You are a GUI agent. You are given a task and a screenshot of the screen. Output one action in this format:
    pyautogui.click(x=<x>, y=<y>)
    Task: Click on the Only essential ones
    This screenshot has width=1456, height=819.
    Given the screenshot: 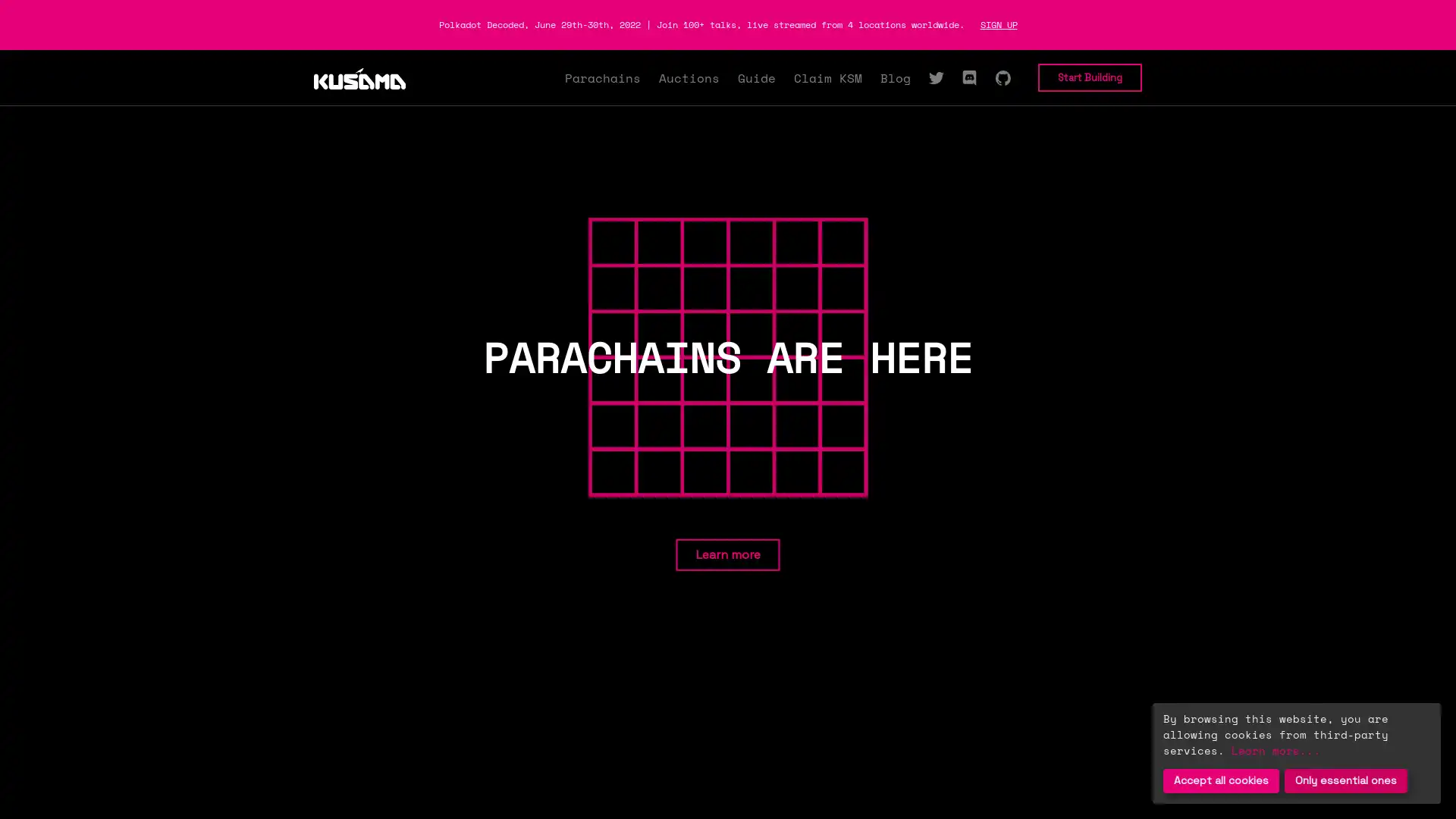 What is the action you would take?
    pyautogui.click(x=1346, y=780)
    